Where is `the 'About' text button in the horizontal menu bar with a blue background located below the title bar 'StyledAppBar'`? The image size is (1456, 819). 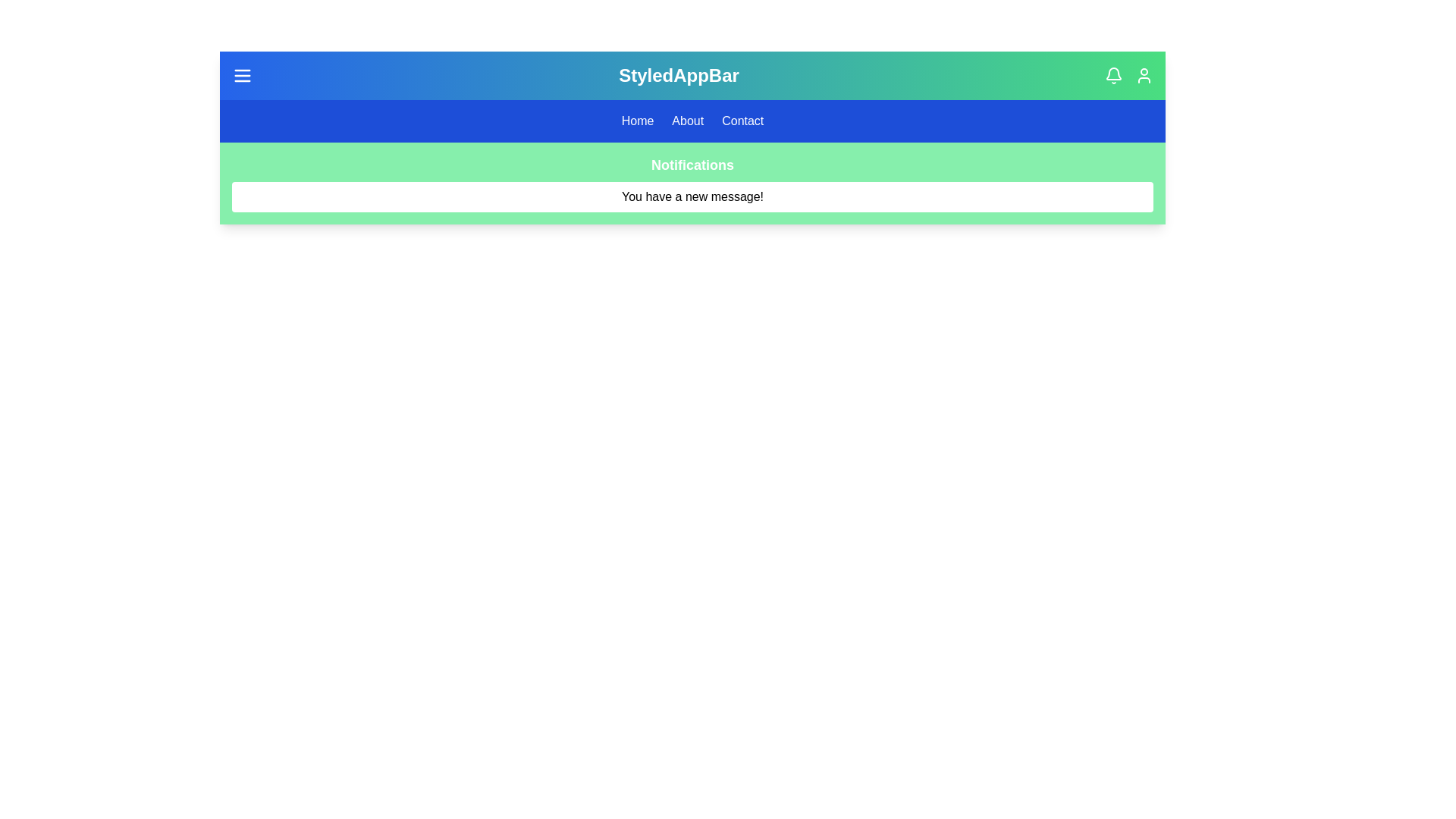
the 'About' text button in the horizontal menu bar with a blue background located below the title bar 'StyledAppBar' is located at coordinates (692, 120).